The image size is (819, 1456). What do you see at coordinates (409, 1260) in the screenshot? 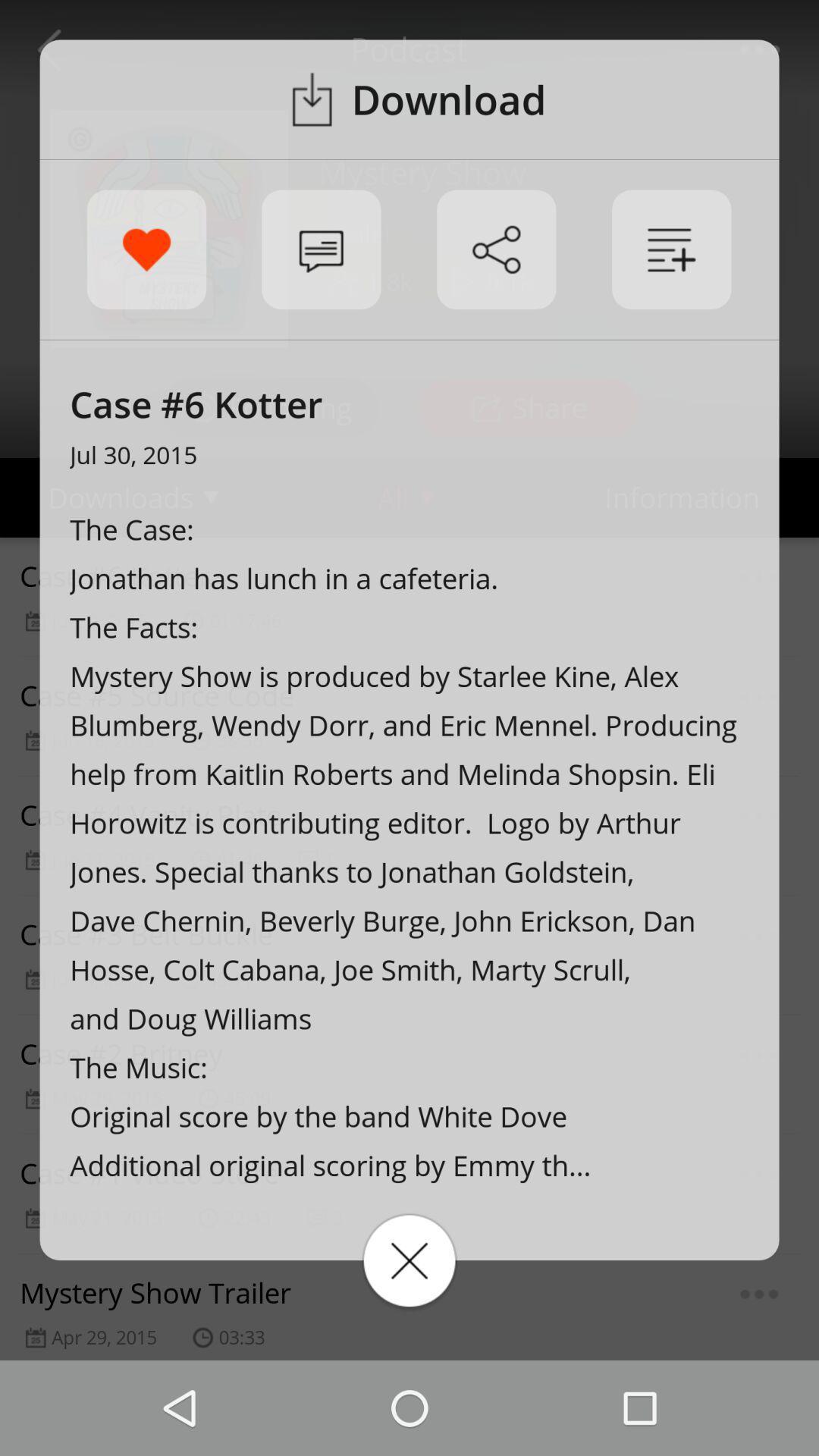
I see `it` at bounding box center [409, 1260].